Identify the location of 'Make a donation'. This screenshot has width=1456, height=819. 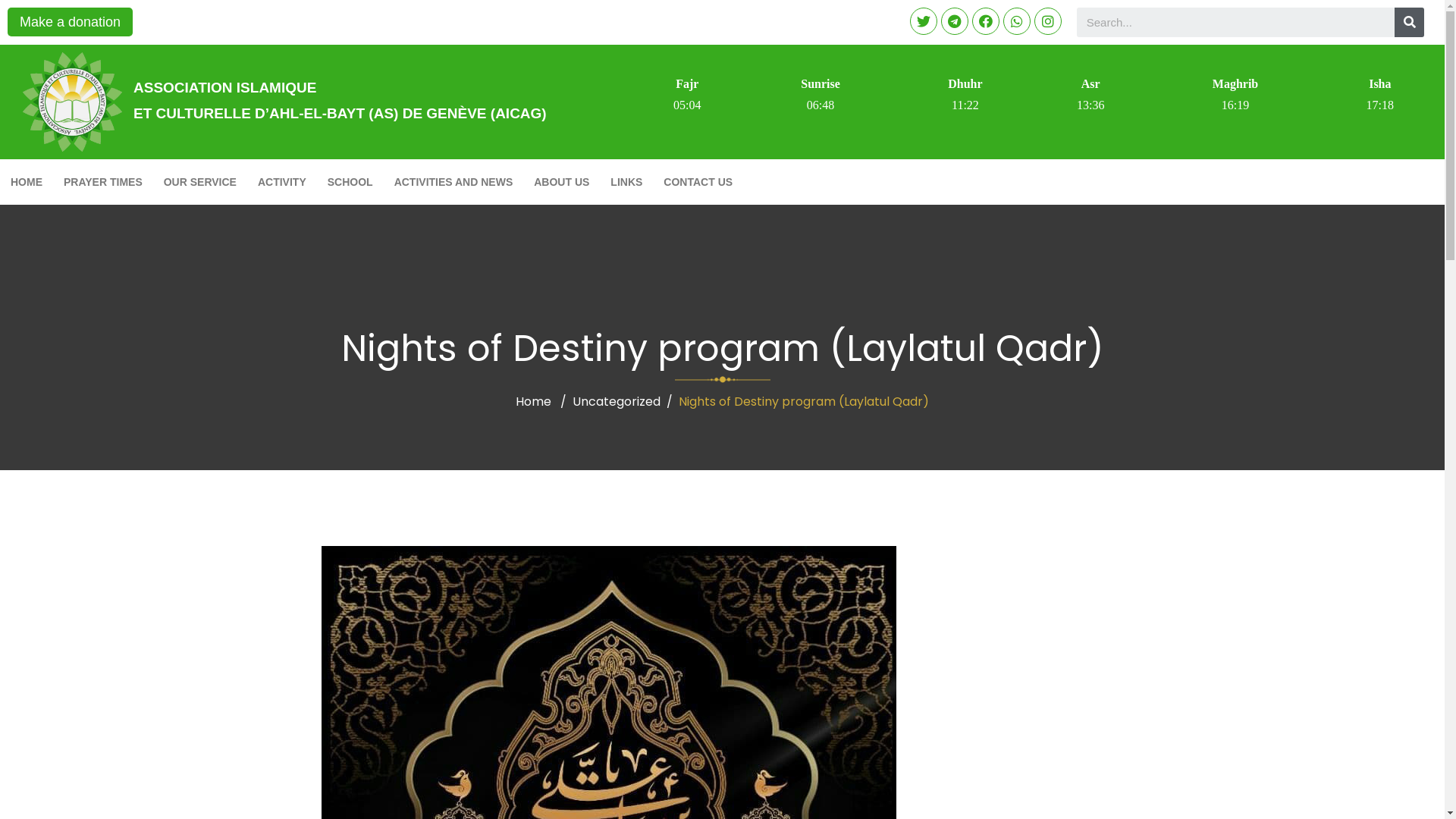
(7, 22).